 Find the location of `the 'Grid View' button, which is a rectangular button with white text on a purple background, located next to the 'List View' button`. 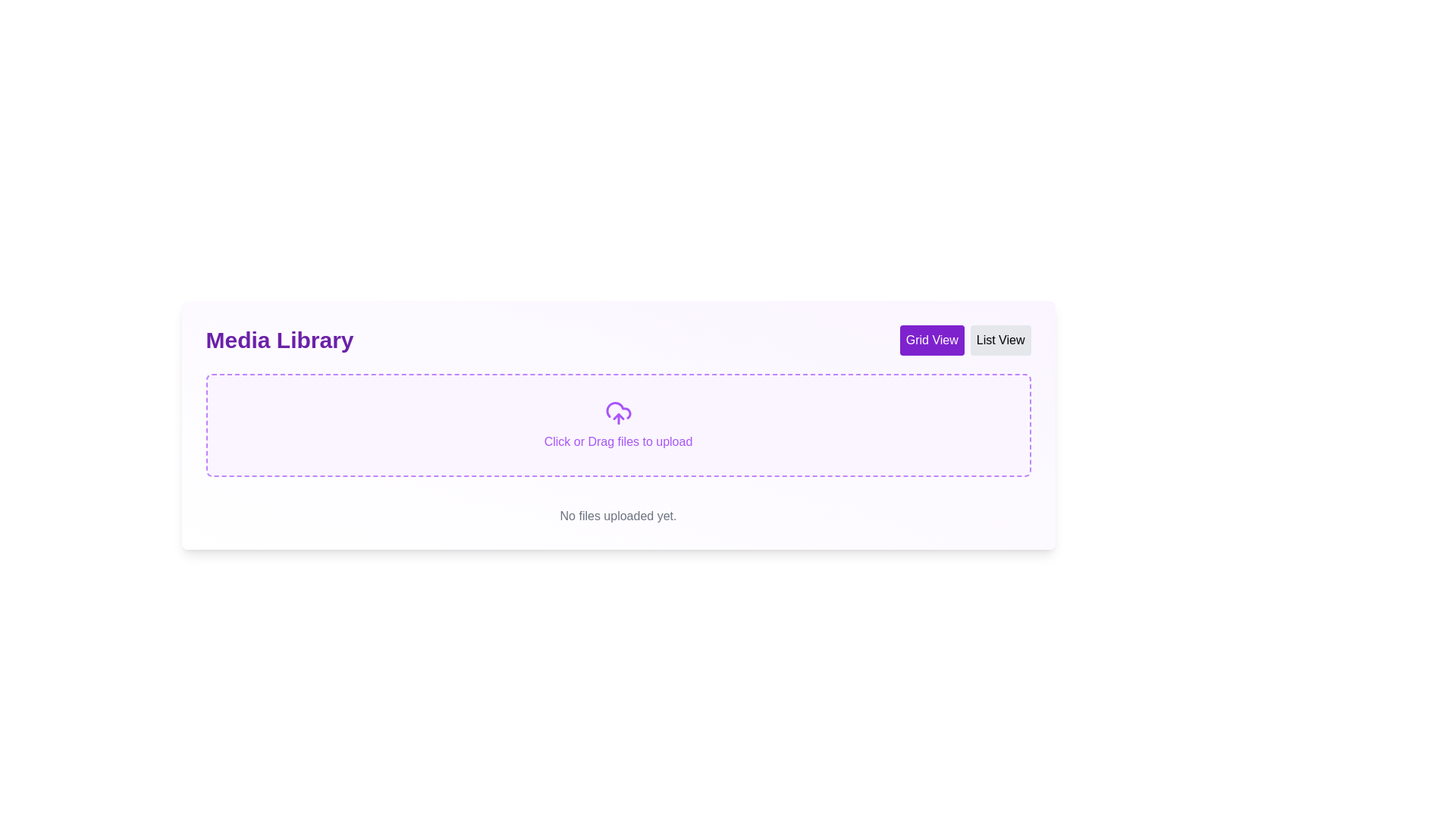

the 'Grid View' button, which is a rectangular button with white text on a purple background, located next to the 'List View' button is located at coordinates (931, 339).